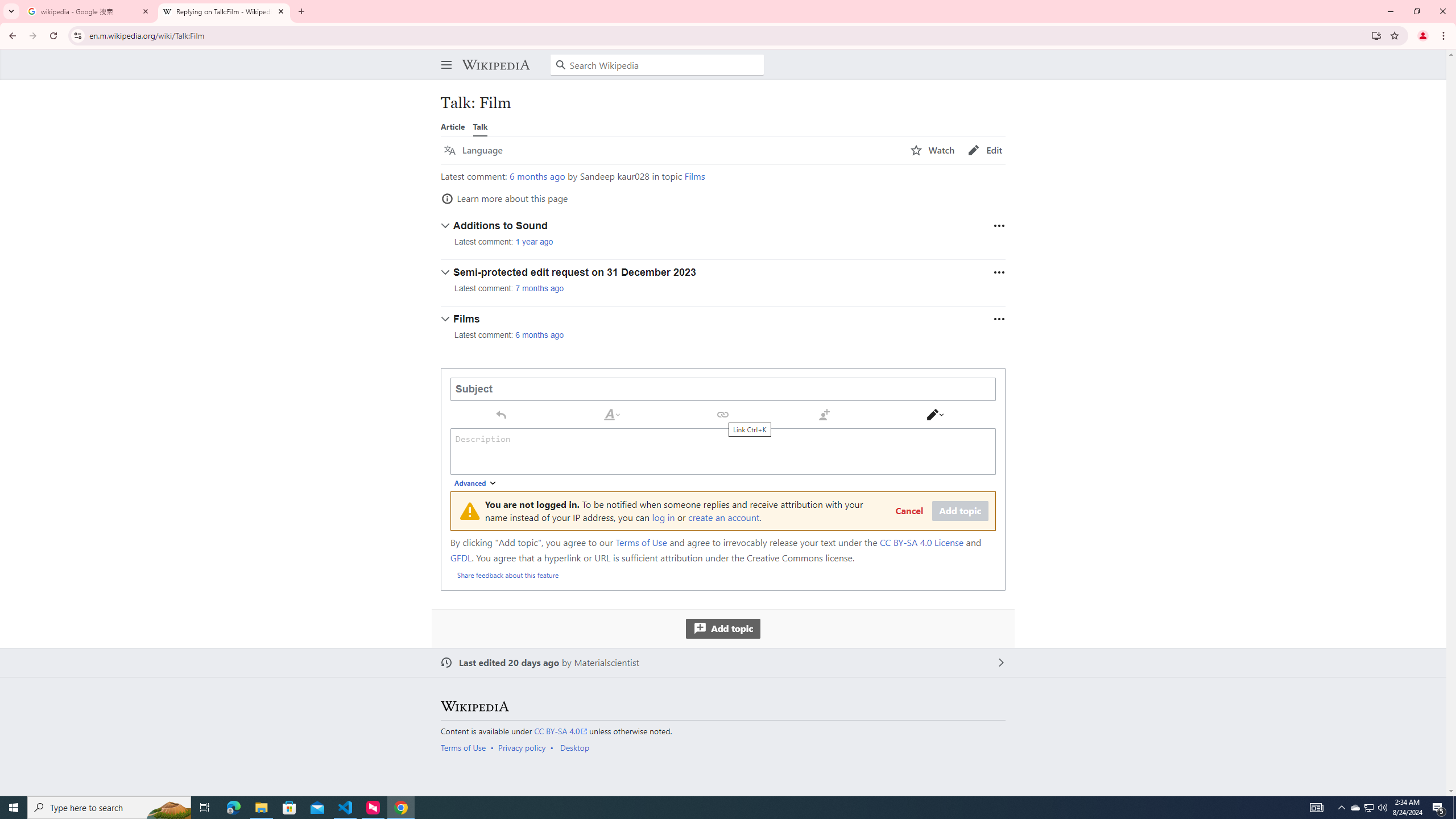 The width and height of the screenshot is (1456, 819). What do you see at coordinates (934, 413) in the screenshot?
I see `'Switch editor'` at bounding box center [934, 413].